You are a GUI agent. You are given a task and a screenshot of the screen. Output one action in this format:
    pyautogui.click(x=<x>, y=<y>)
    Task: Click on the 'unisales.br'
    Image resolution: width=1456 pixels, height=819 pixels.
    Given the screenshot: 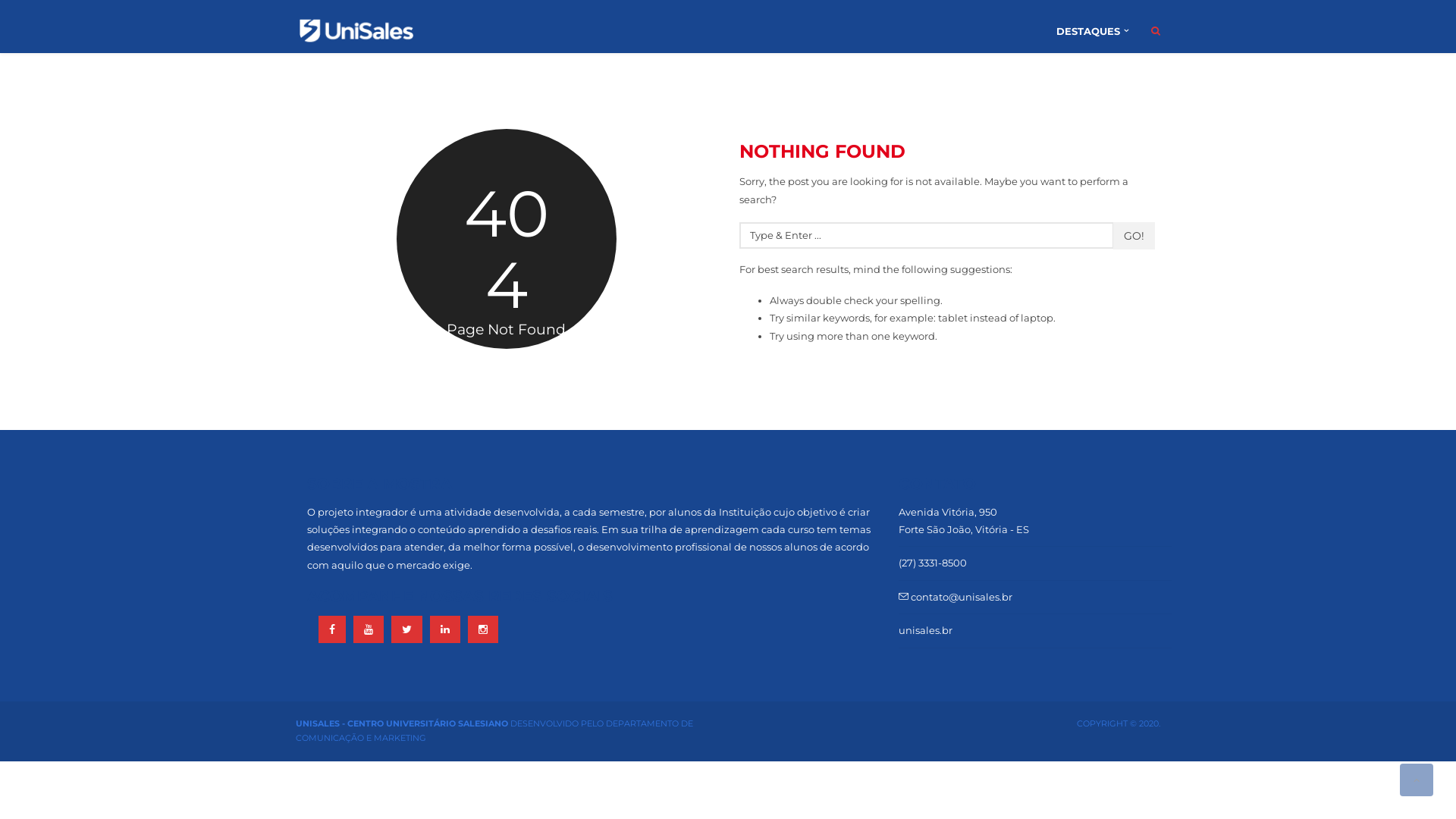 What is the action you would take?
    pyautogui.click(x=924, y=629)
    